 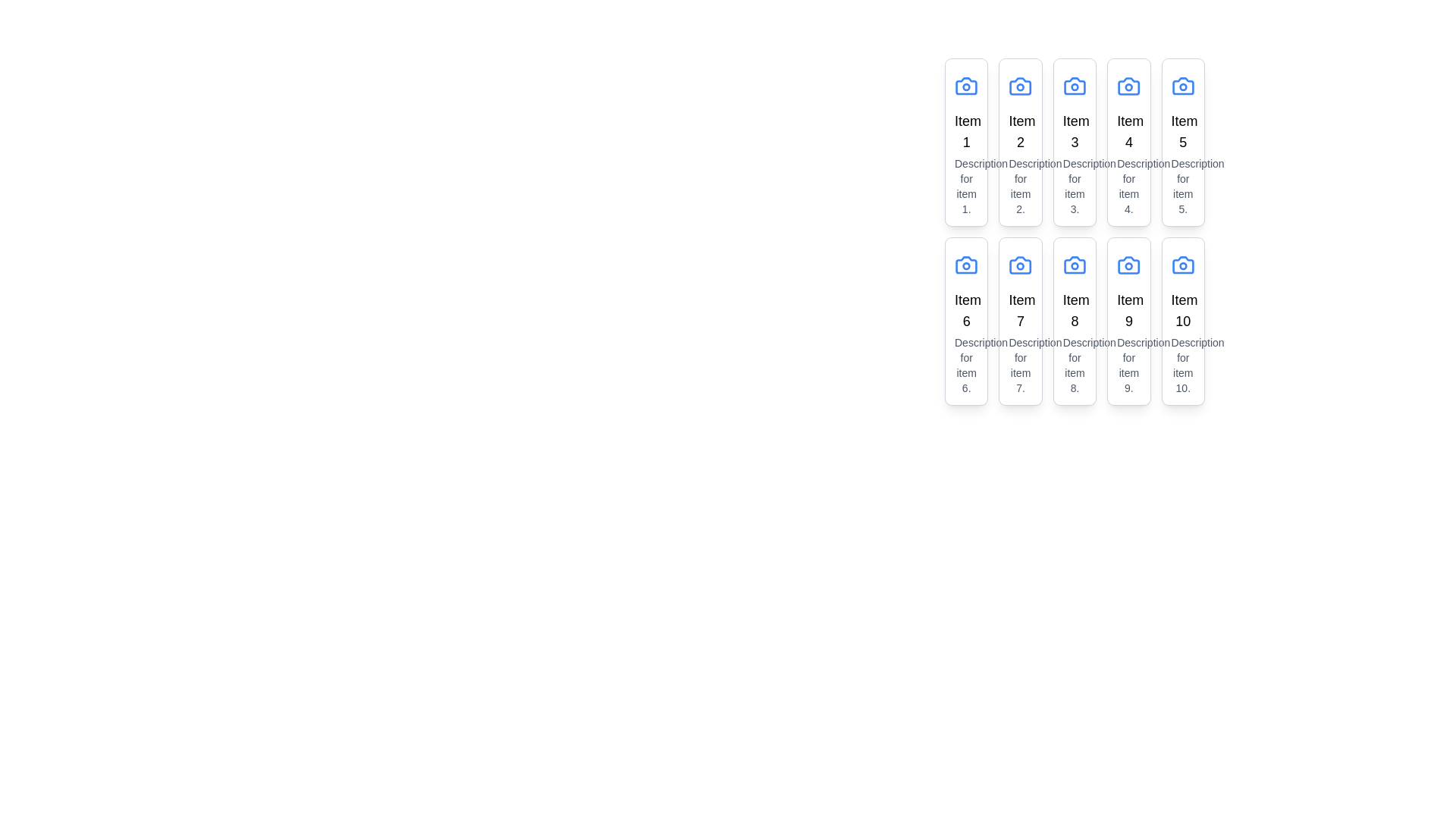 I want to click on the blue camera icon located at the top center of the card labeled 'Item 5', so click(x=1182, y=86).